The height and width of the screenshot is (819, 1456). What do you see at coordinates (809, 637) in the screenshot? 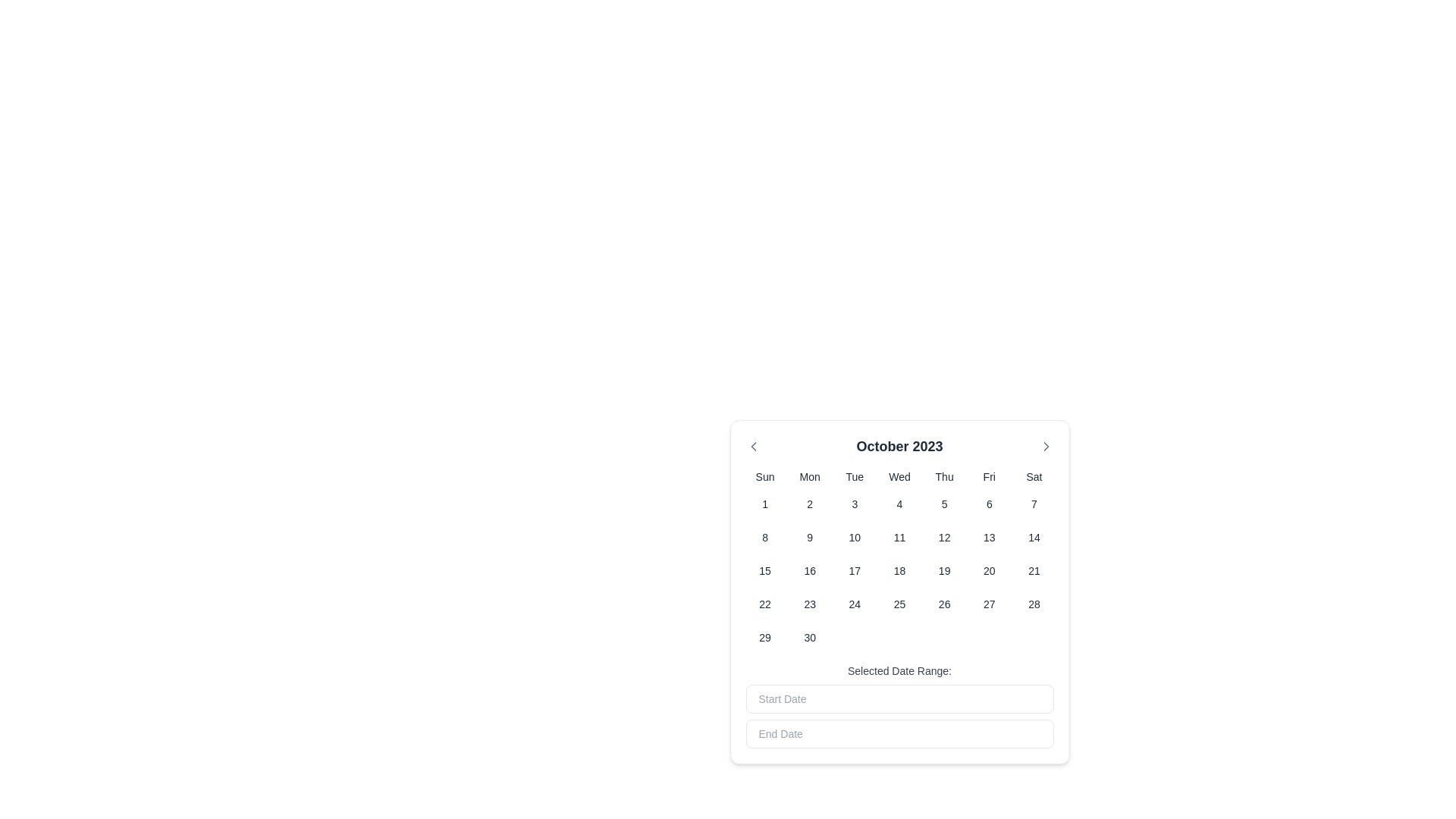
I see `the button that selects the date '30' in the calendar interface` at bounding box center [809, 637].